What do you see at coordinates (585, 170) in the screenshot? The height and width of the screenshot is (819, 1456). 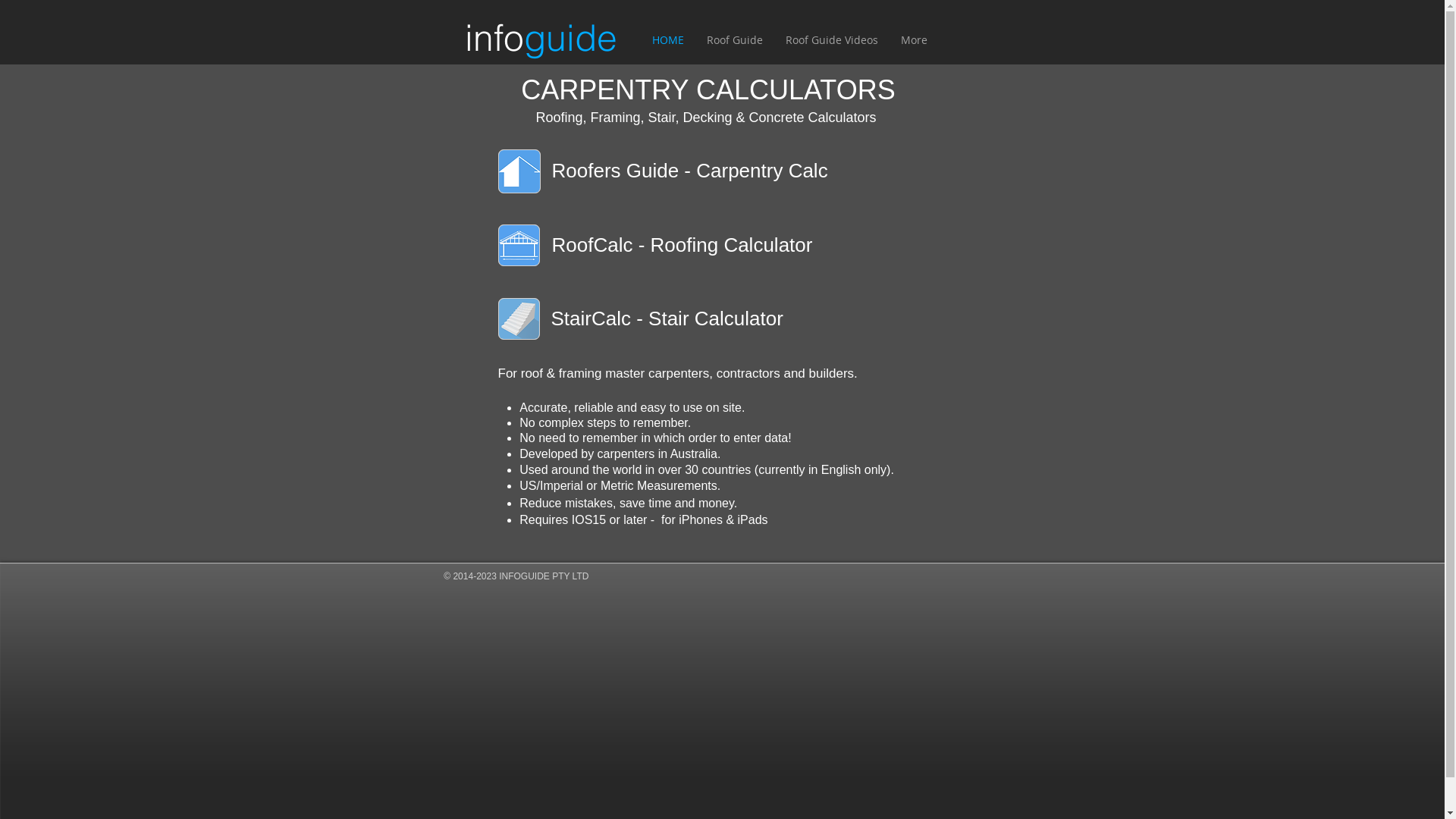 I see `'Roofers'` at bounding box center [585, 170].